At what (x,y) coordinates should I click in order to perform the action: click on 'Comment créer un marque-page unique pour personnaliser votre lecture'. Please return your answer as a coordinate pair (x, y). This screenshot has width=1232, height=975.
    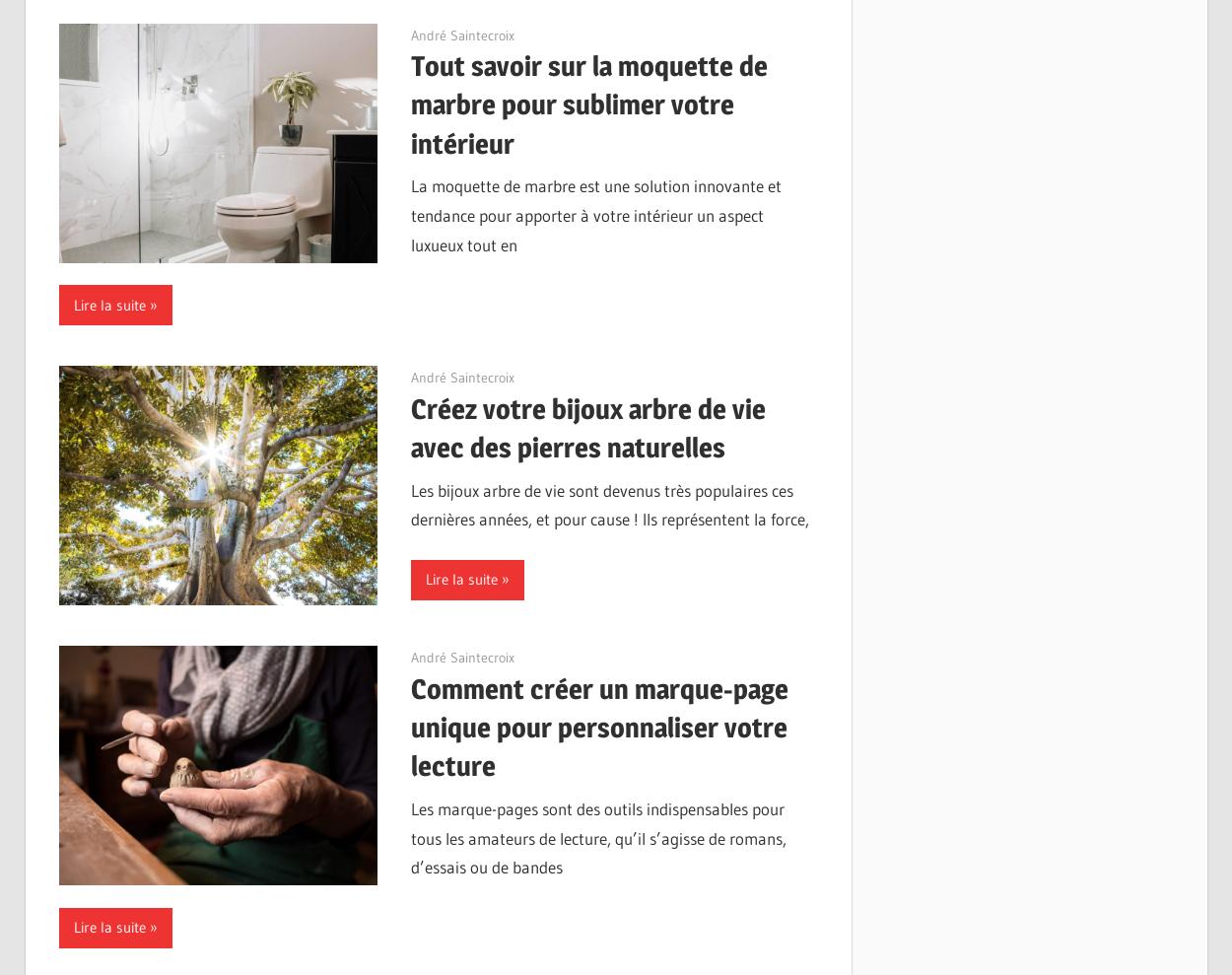
    Looking at the image, I should click on (598, 727).